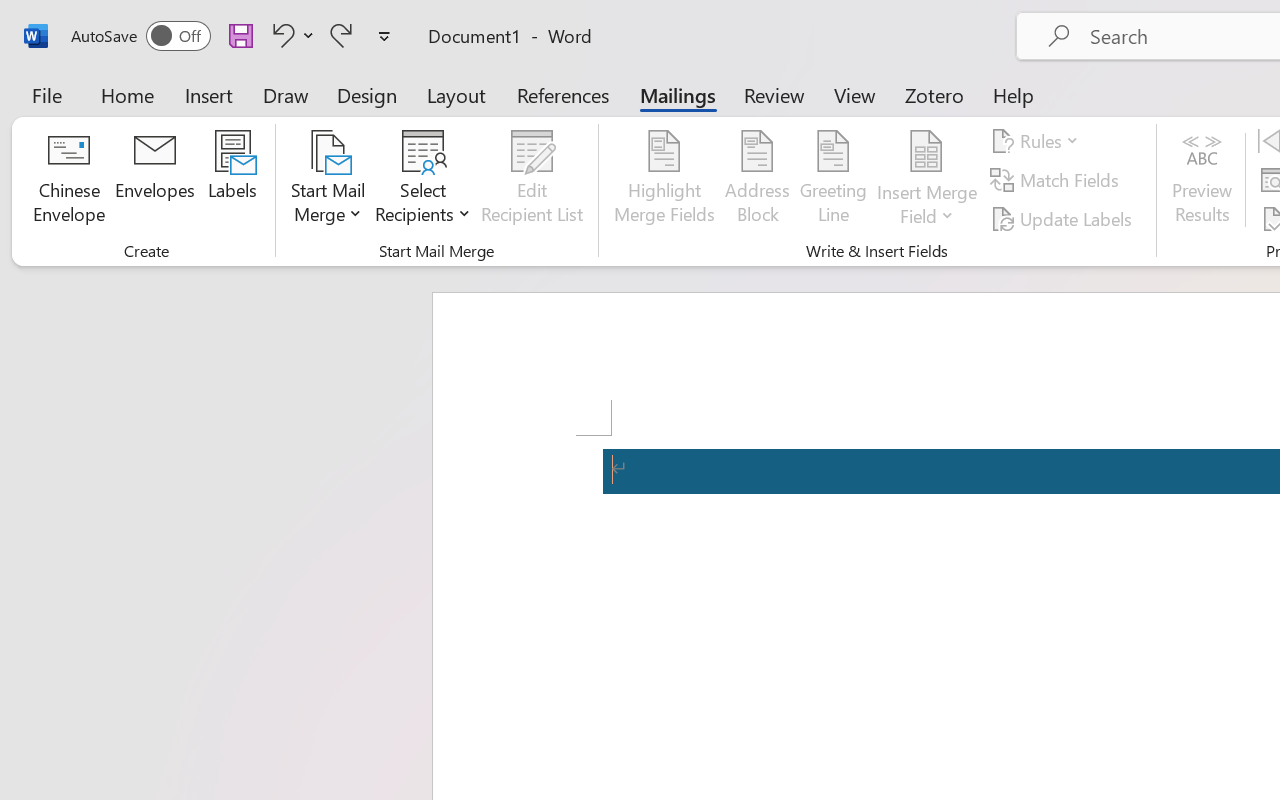  What do you see at coordinates (422, 179) in the screenshot?
I see `'Select Recipients'` at bounding box center [422, 179].